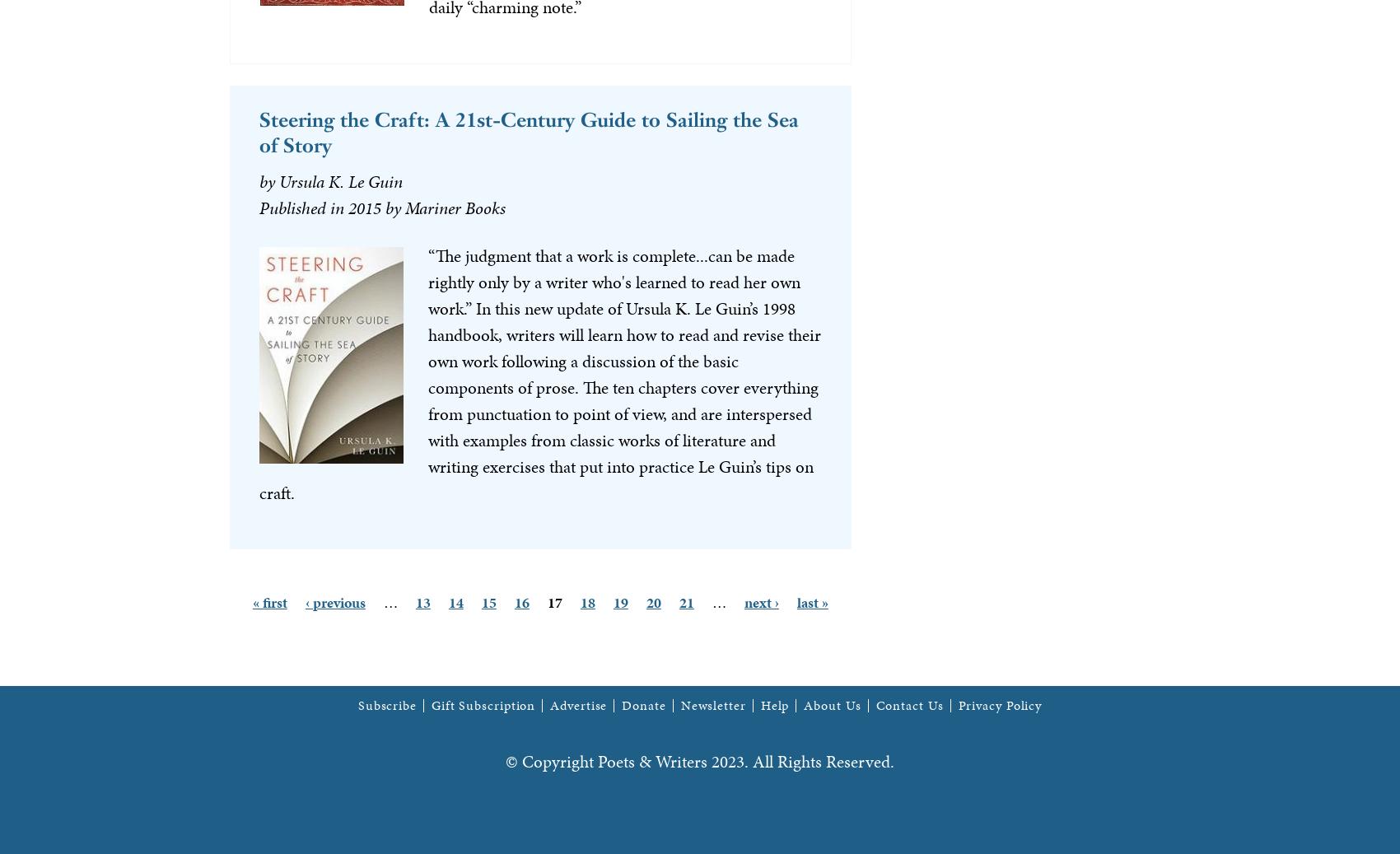 Image resolution: width=1400 pixels, height=854 pixels. I want to click on 'Subscribe', so click(357, 704).